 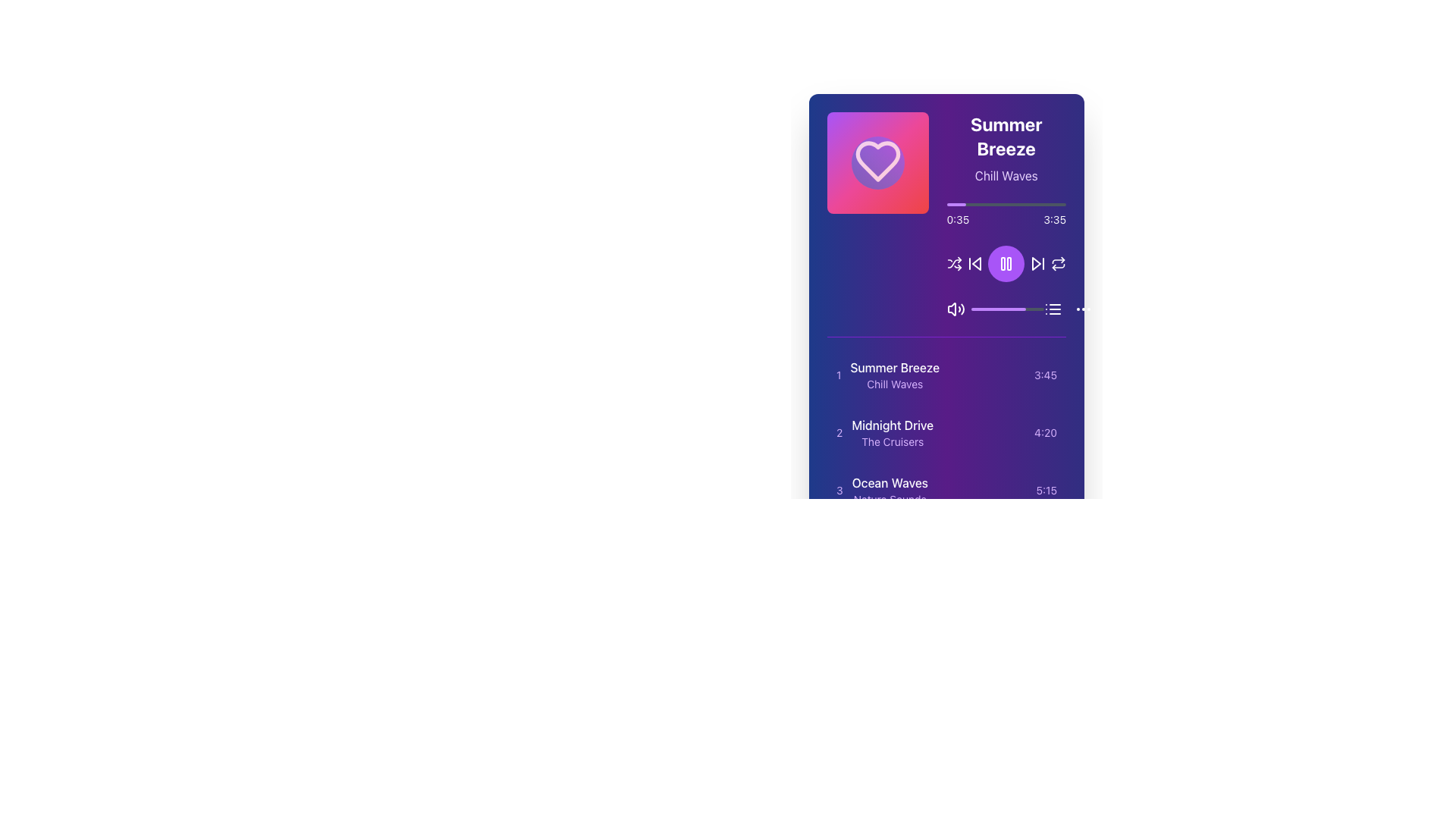 What do you see at coordinates (946, 491) in the screenshot?
I see `the third entry in the audio track list` at bounding box center [946, 491].